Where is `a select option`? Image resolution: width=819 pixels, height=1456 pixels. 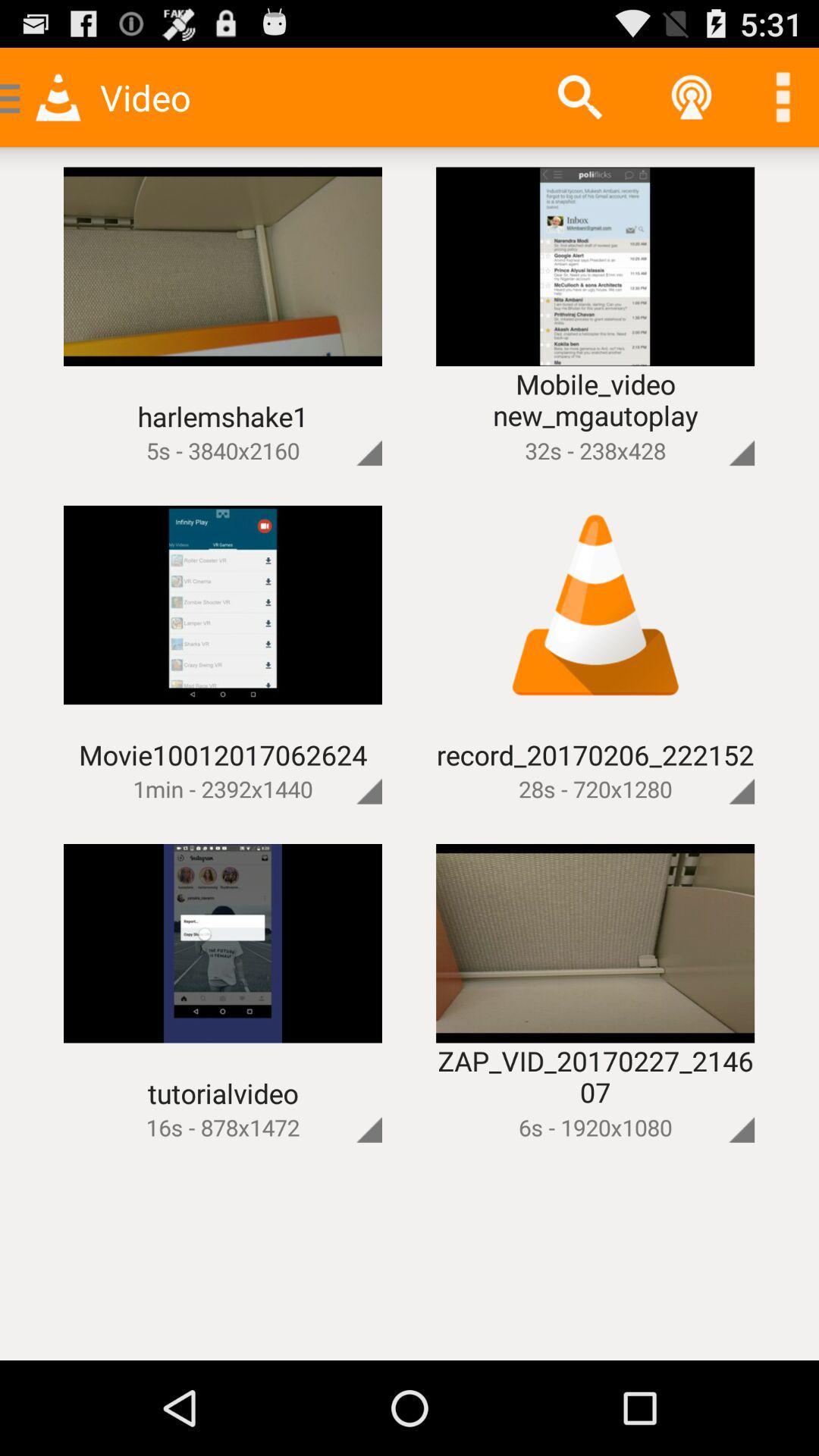 a select option is located at coordinates (716, 1104).